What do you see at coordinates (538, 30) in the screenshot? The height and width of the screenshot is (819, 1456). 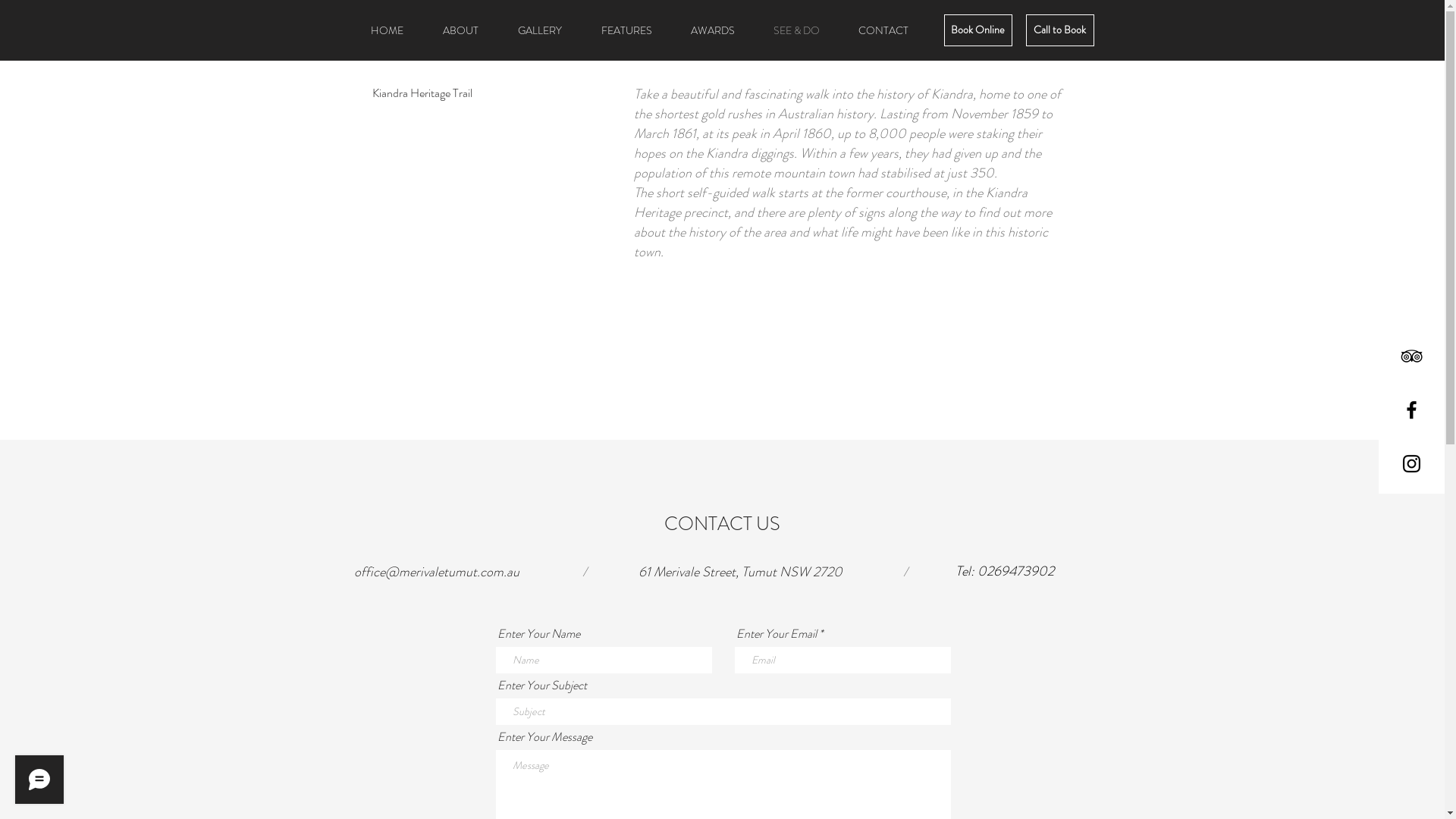 I see `'GALLERY'` at bounding box center [538, 30].